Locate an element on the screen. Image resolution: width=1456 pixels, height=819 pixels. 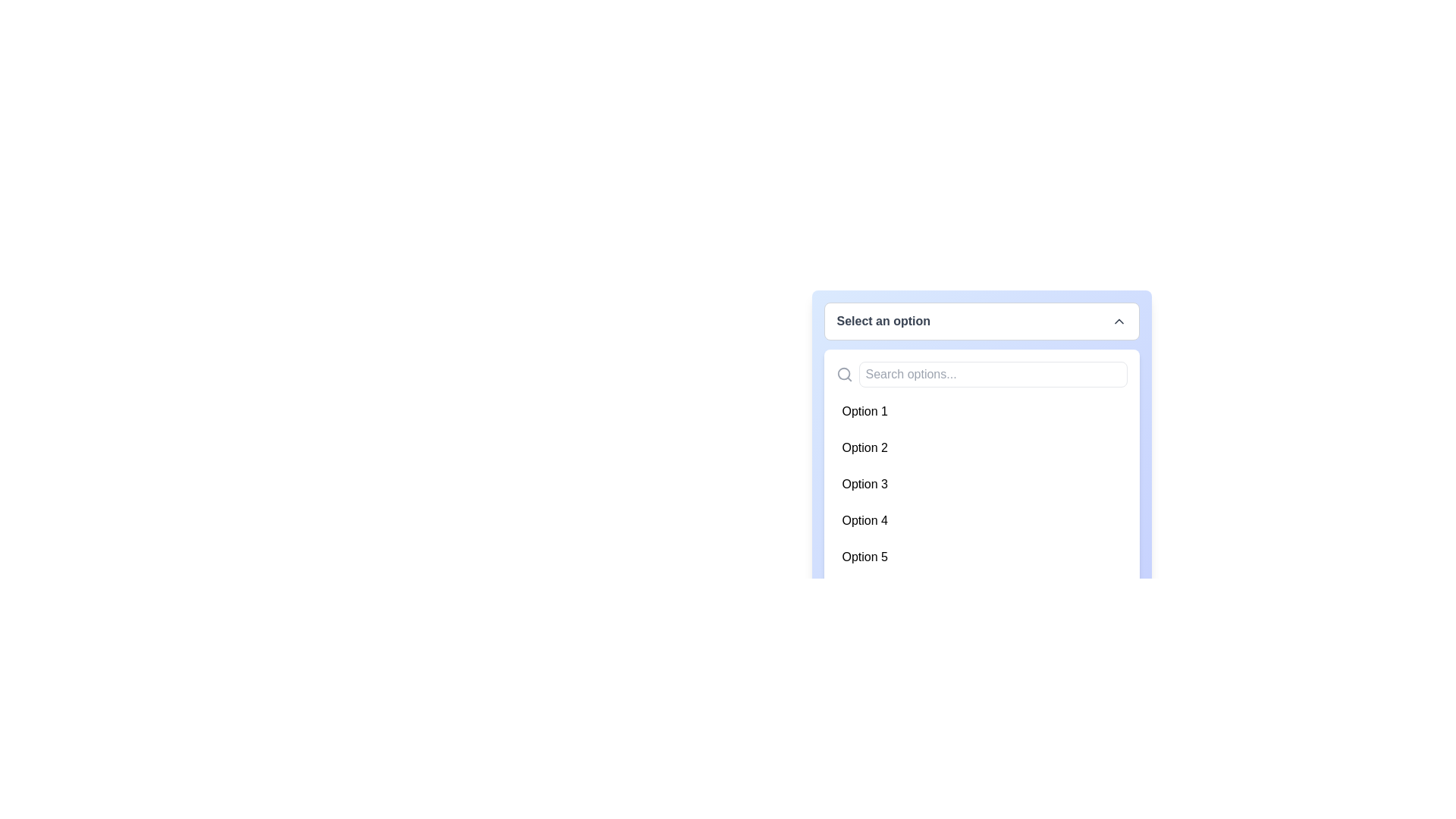
the first option labeled 'Option 1' in the dropdown menu is located at coordinates (864, 412).